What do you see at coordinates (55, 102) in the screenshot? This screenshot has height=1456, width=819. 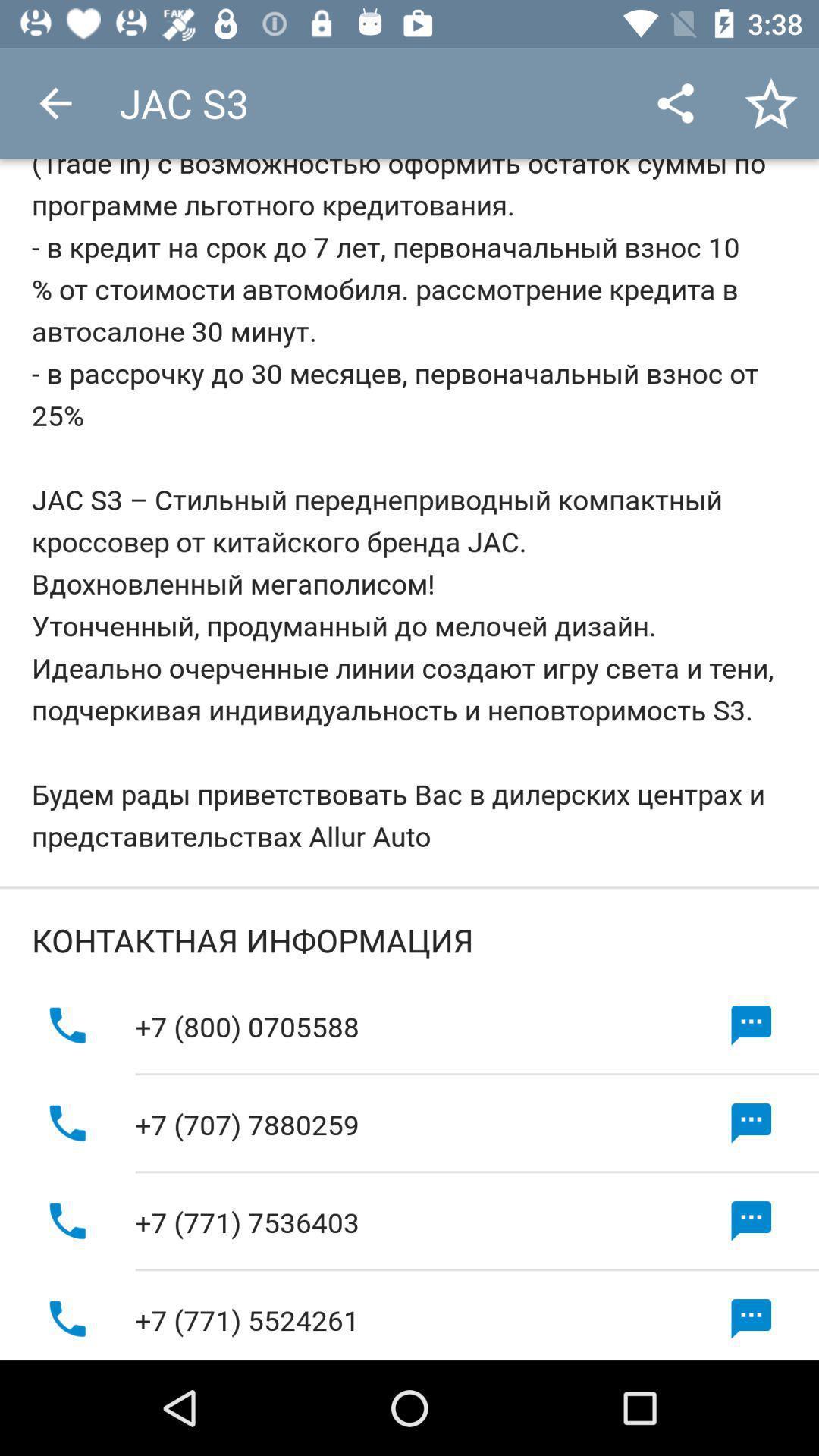 I see `icon next to jac s3 app` at bounding box center [55, 102].